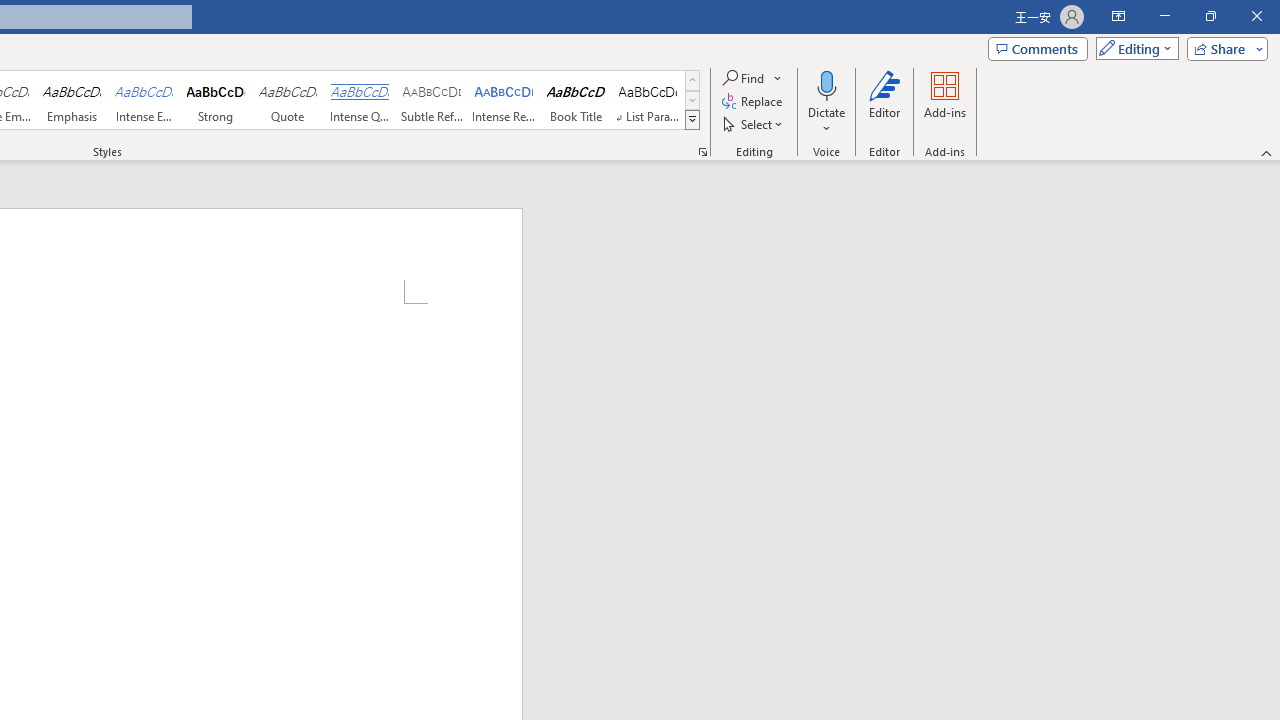 The height and width of the screenshot is (720, 1280). Describe the element at coordinates (575, 100) in the screenshot. I see `'Book Title'` at that location.